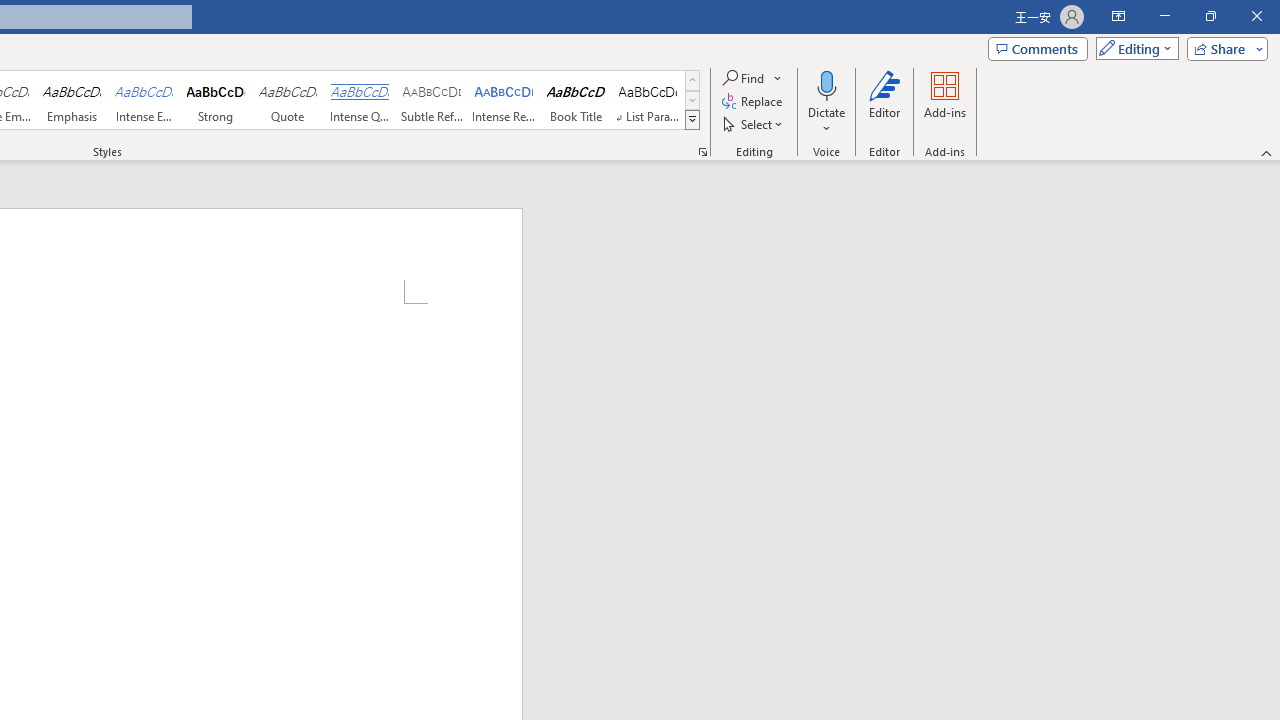 The height and width of the screenshot is (720, 1280). Describe the element at coordinates (575, 100) in the screenshot. I see `'Book Title'` at that location.